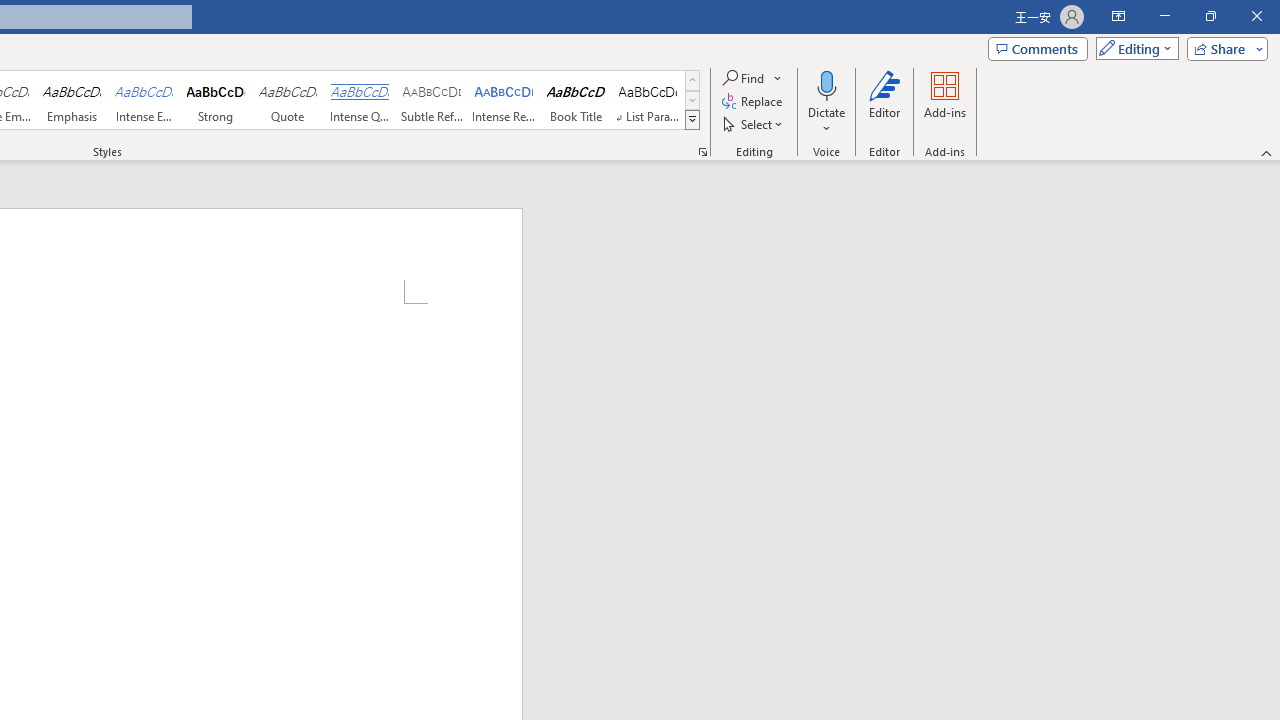 The height and width of the screenshot is (720, 1280). Describe the element at coordinates (575, 100) in the screenshot. I see `'Book Title'` at that location.